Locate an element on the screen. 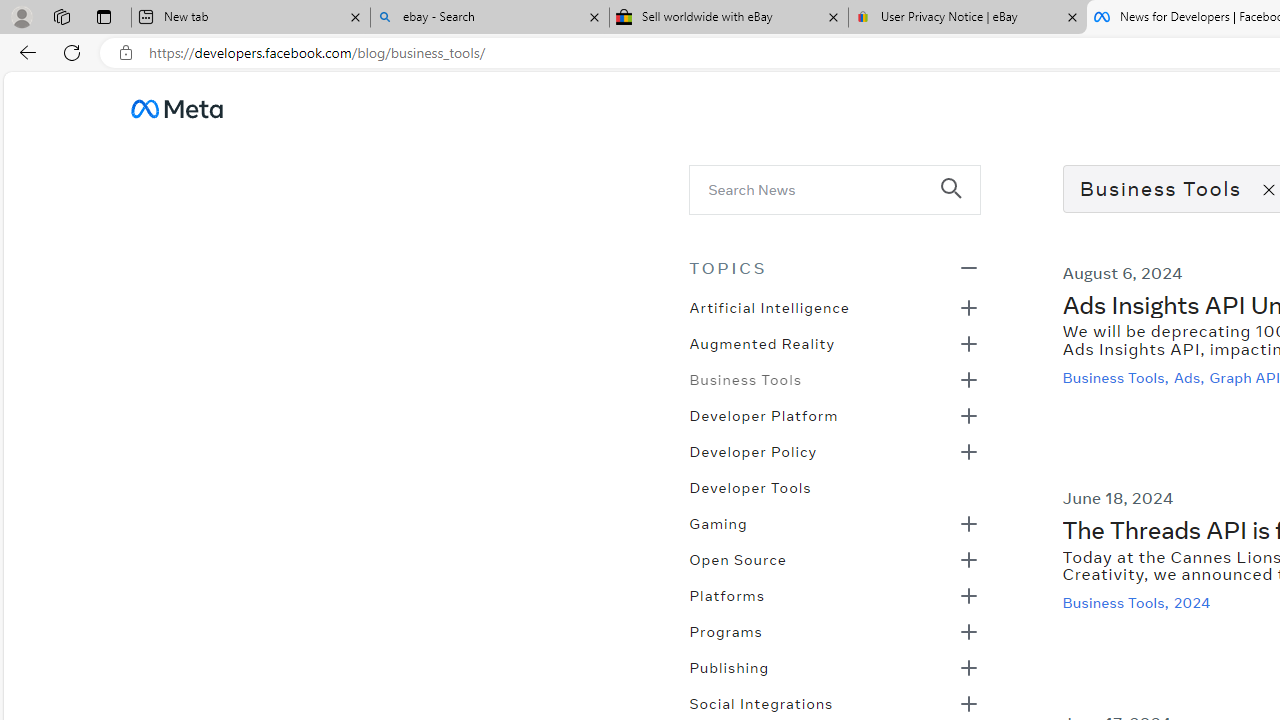 This screenshot has width=1280, height=720. 'Social Integrations' is located at coordinates (760, 701).